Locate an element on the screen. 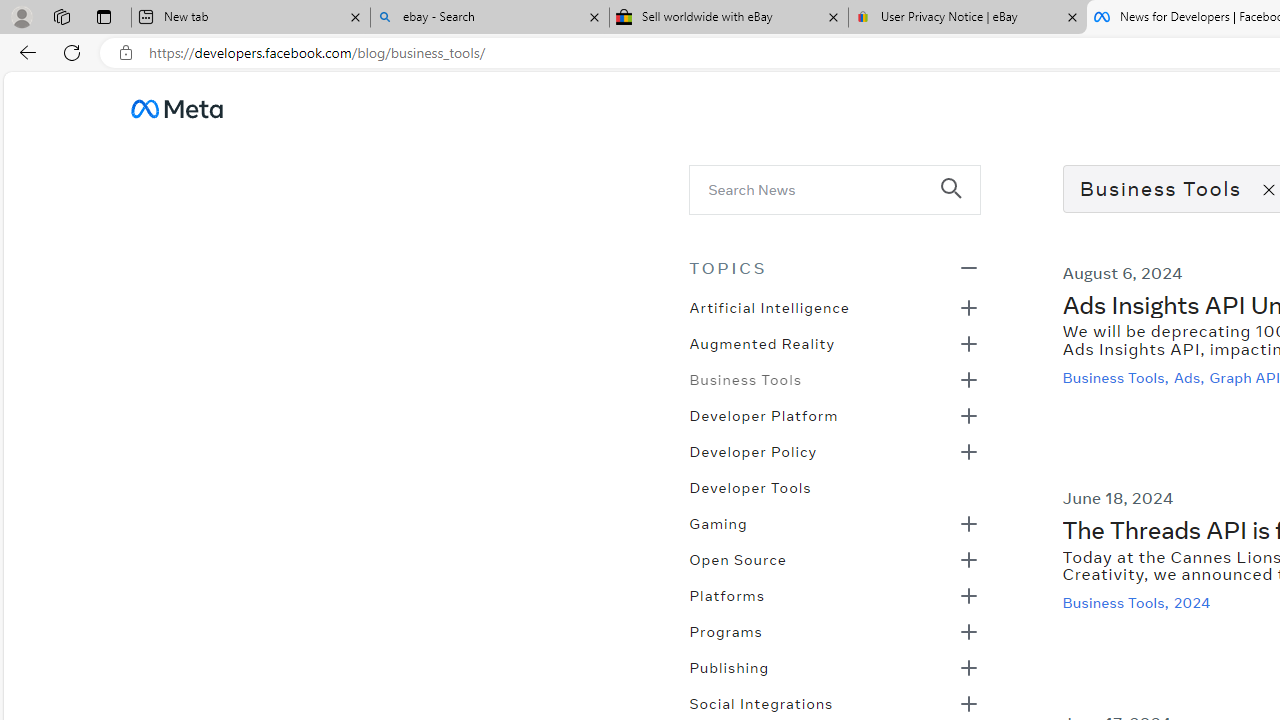 This screenshot has width=1280, height=720. 'Social Integrations' is located at coordinates (760, 701).